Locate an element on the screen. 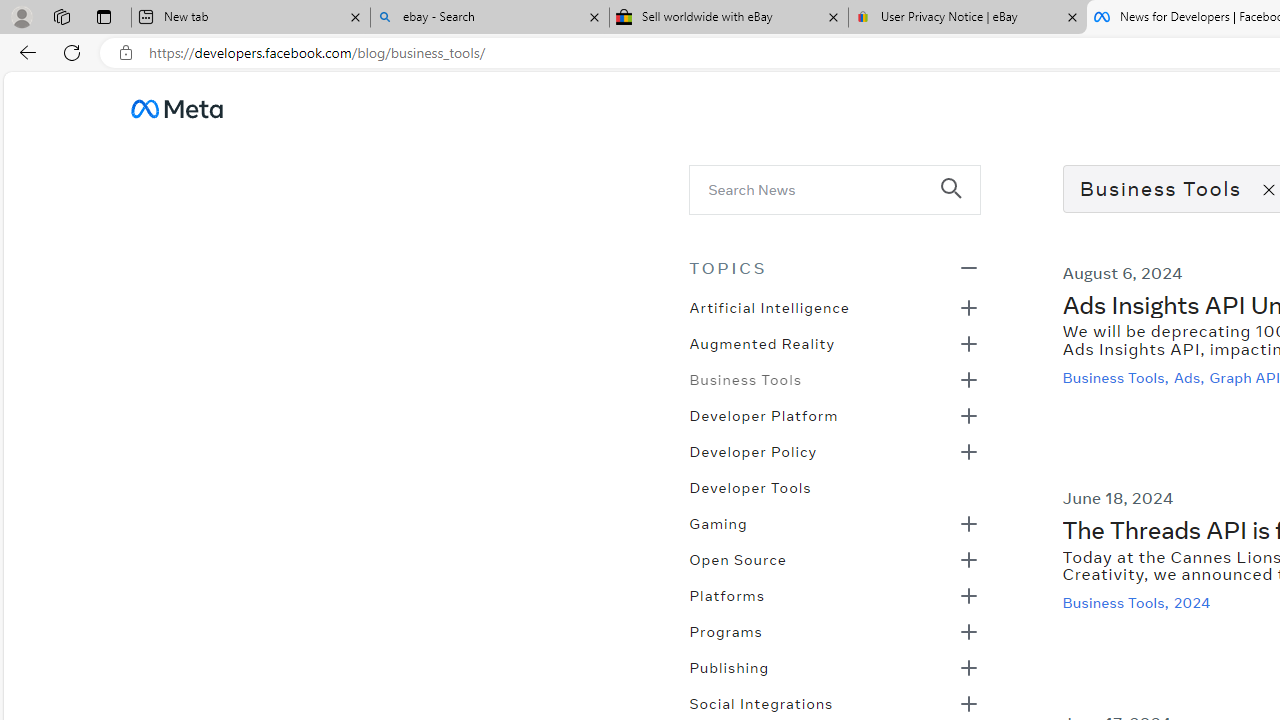 This screenshot has width=1280, height=720. 'Social Integrations' is located at coordinates (760, 701).